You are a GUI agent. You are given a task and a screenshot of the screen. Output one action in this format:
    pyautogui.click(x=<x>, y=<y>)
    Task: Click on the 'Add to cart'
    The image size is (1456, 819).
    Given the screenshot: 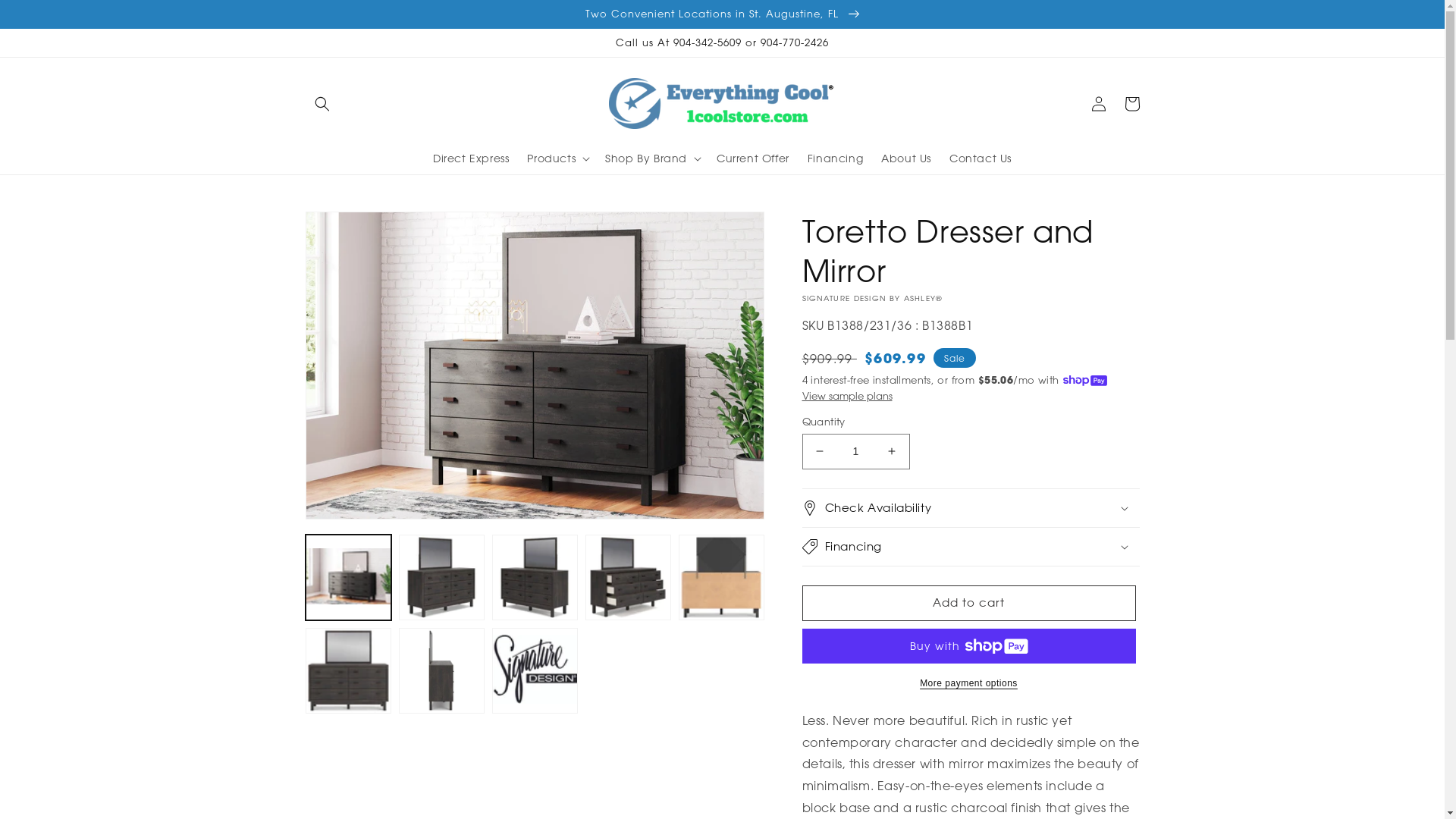 What is the action you would take?
    pyautogui.click(x=968, y=602)
    